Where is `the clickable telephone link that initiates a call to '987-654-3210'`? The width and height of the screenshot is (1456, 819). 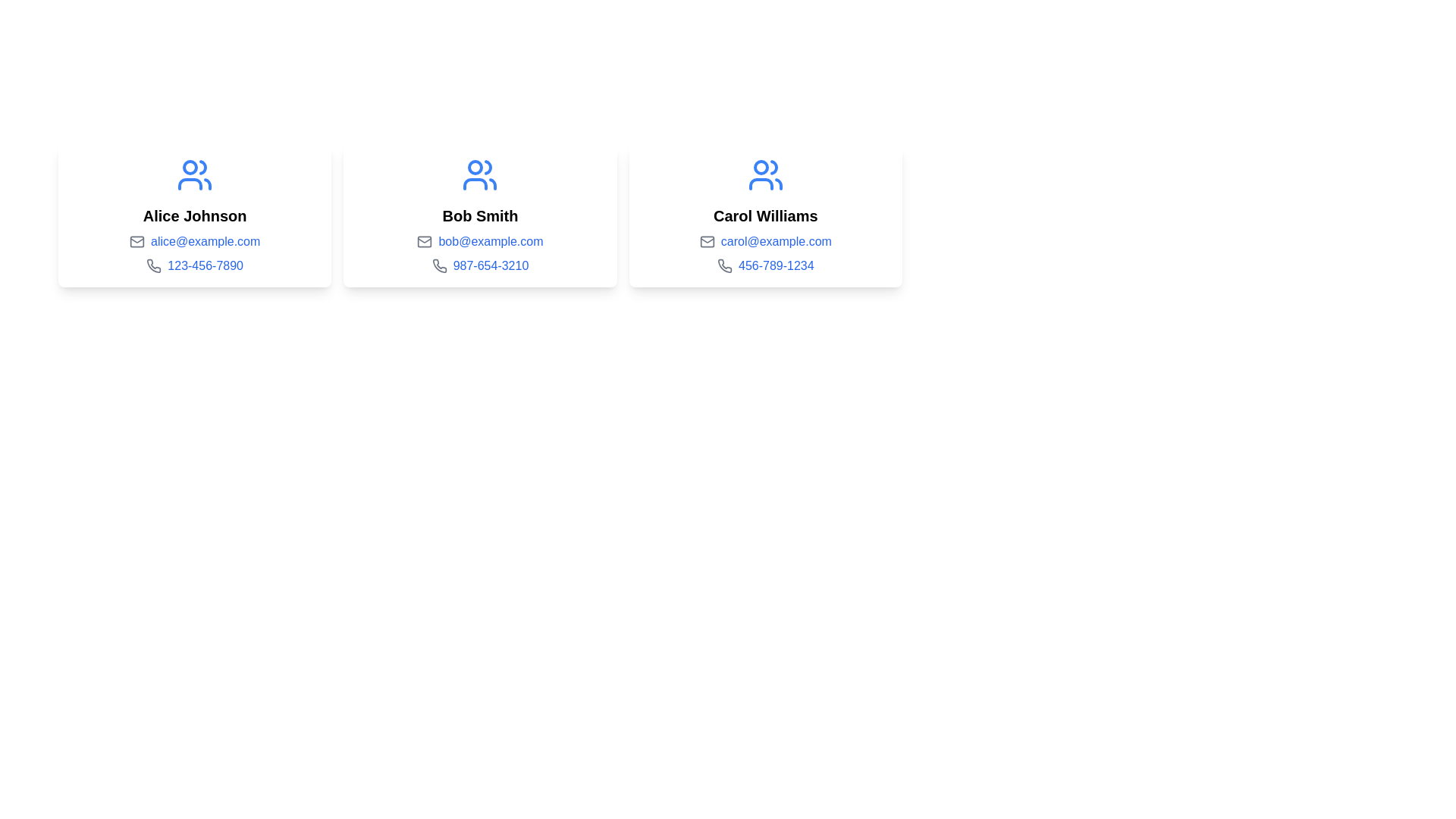 the clickable telephone link that initiates a call to '987-654-3210' is located at coordinates (491, 265).